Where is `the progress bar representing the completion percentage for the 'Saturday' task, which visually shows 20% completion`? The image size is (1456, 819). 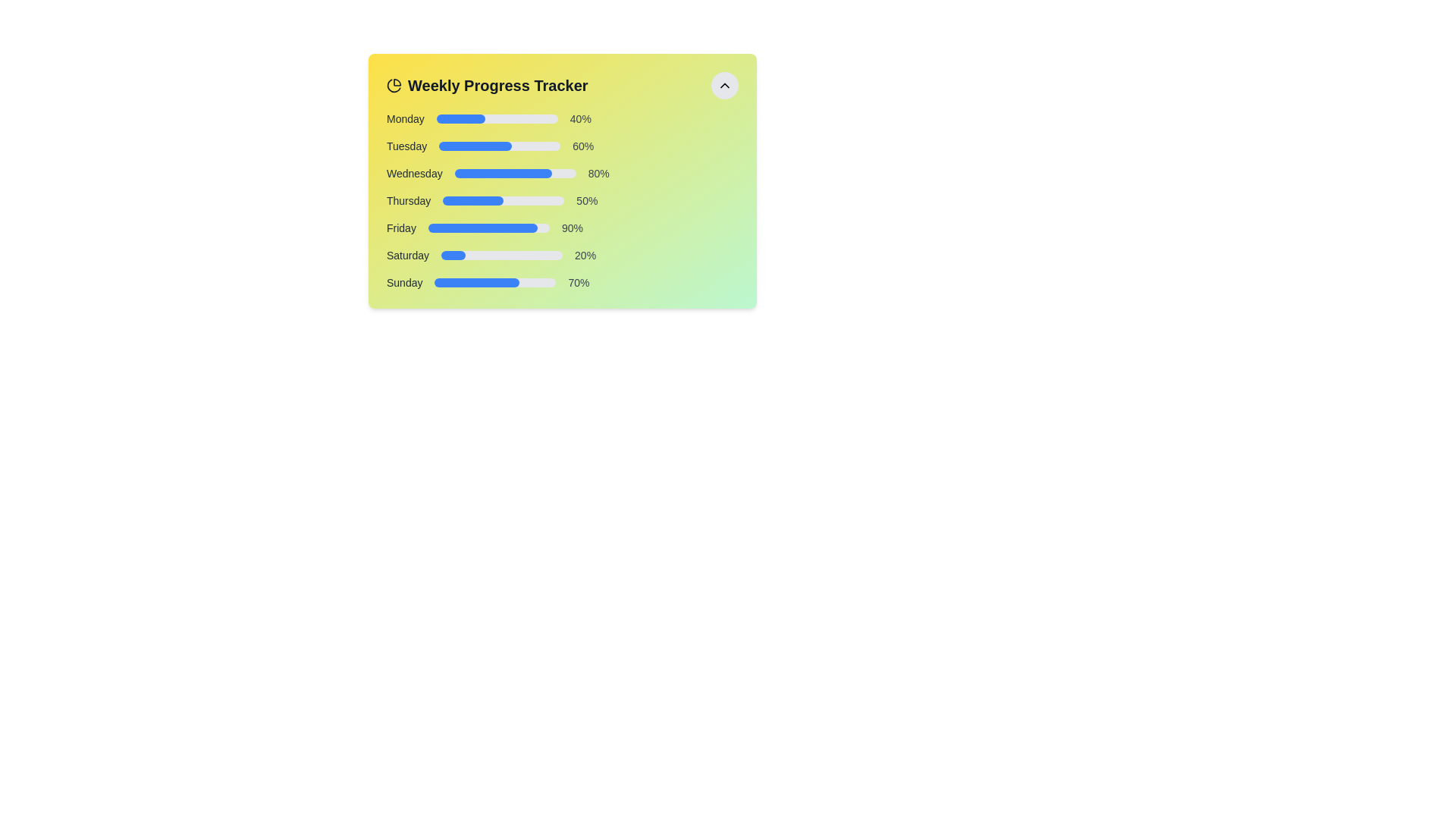 the progress bar representing the completion percentage for the 'Saturday' task, which visually shows 20% completion is located at coordinates (502, 254).